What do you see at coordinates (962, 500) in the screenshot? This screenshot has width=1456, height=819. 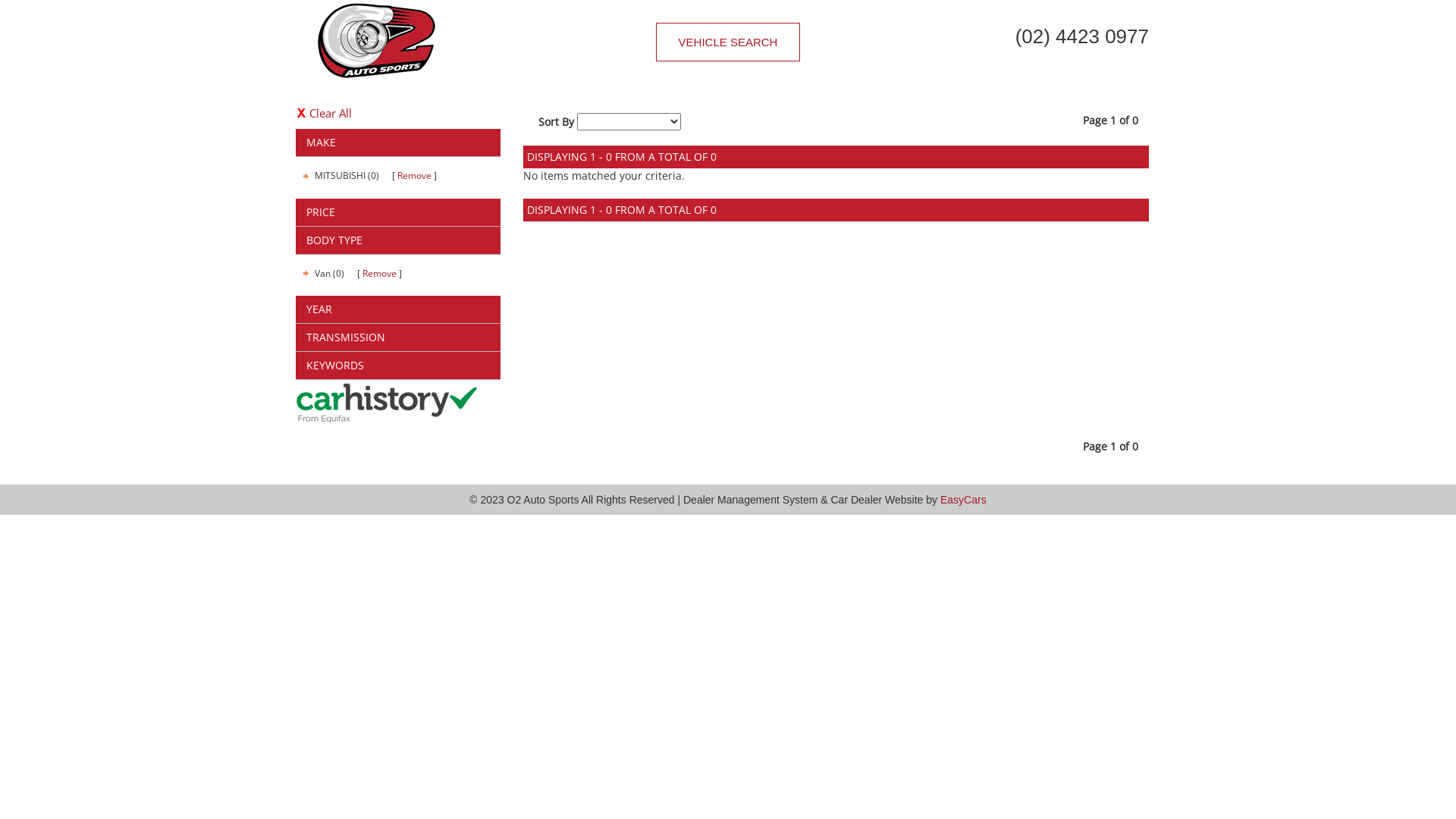 I see `'EasyCars'` at bounding box center [962, 500].